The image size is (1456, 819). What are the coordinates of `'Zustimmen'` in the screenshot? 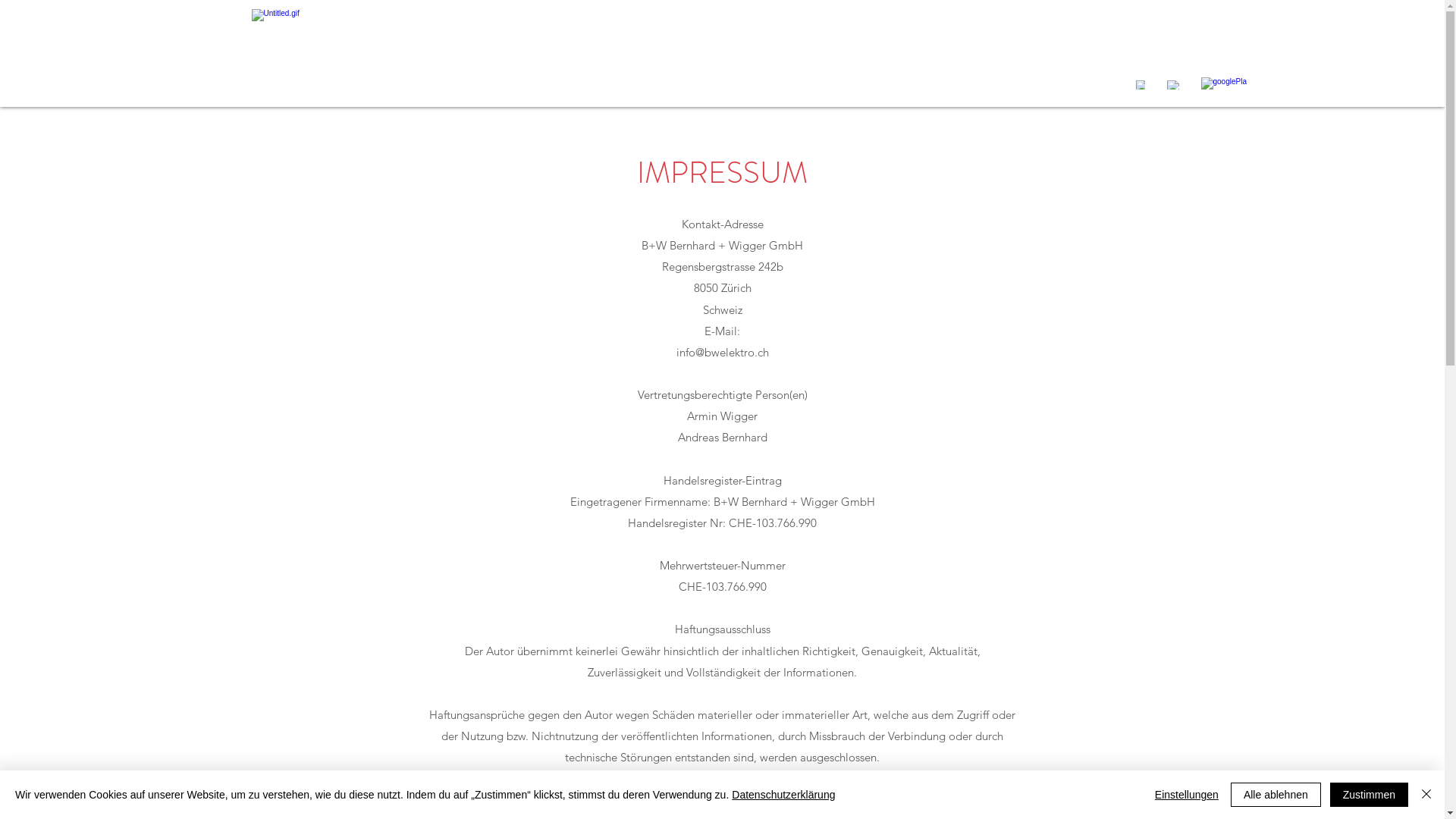 It's located at (1369, 794).